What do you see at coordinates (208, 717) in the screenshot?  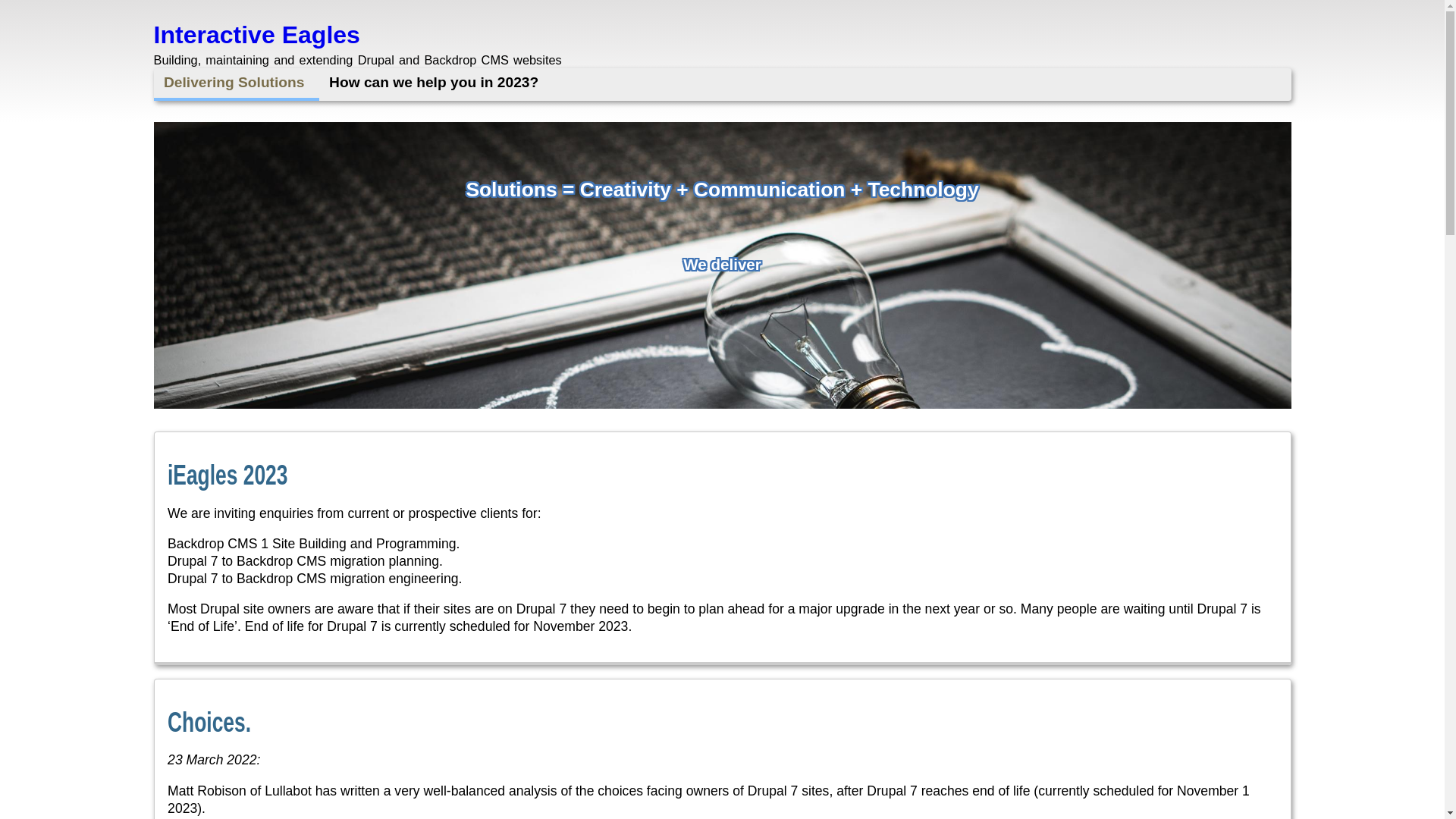 I see `'Choices.'` at bounding box center [208, 717].